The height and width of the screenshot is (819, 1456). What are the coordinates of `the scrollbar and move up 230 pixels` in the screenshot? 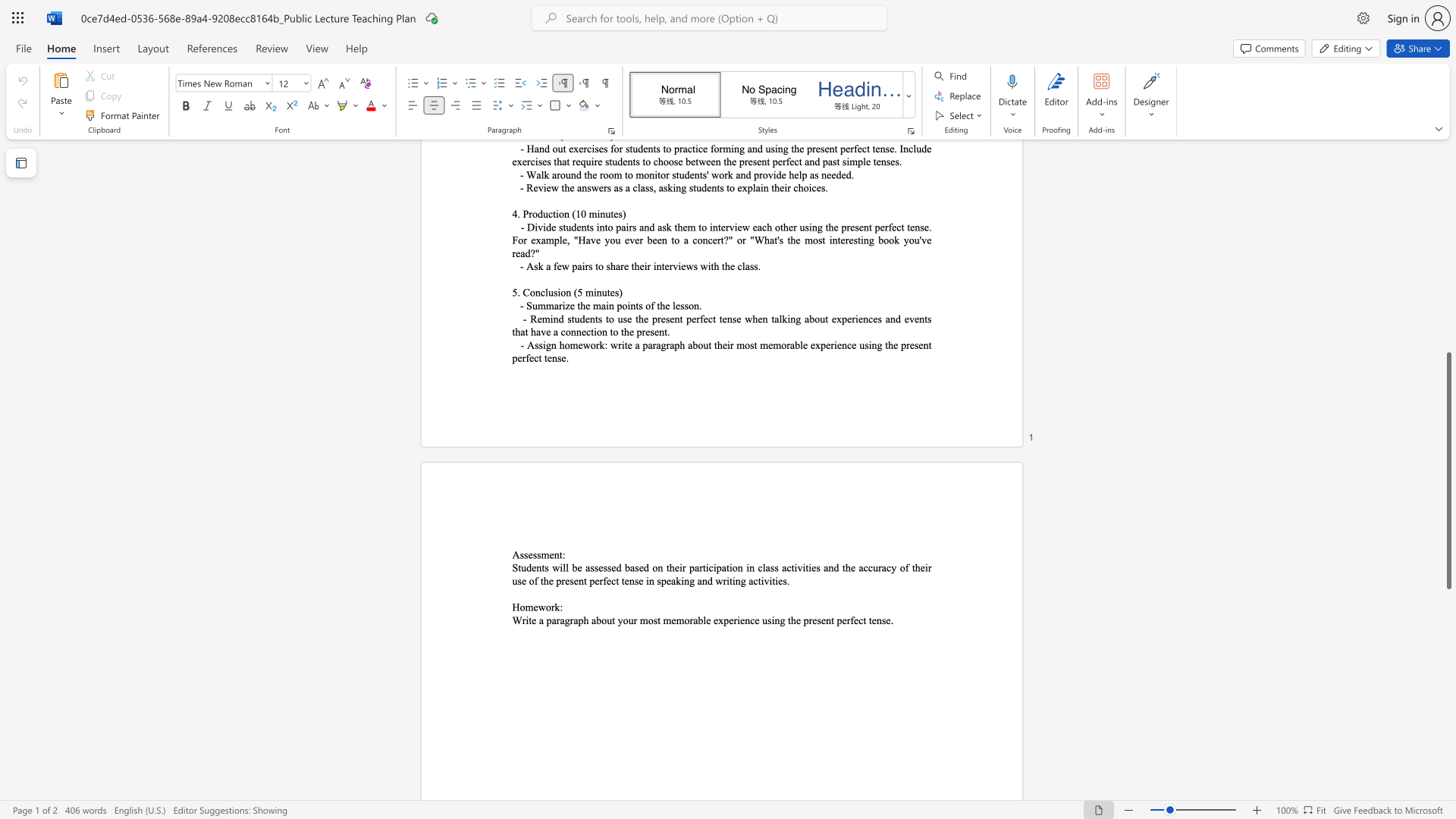 It's located at (1448, 469).